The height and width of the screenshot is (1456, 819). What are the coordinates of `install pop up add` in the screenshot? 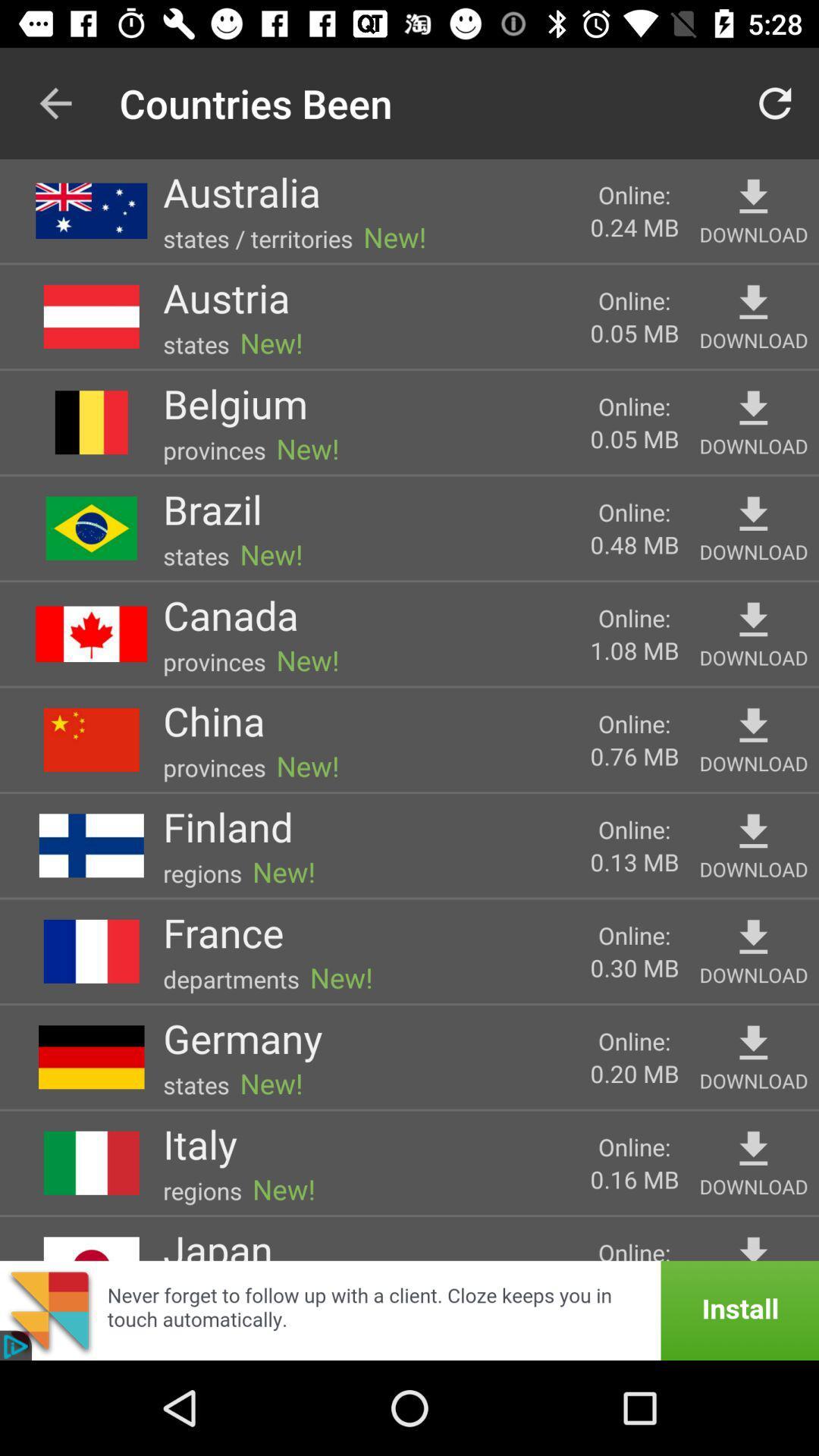 It's located at (409, 1310).